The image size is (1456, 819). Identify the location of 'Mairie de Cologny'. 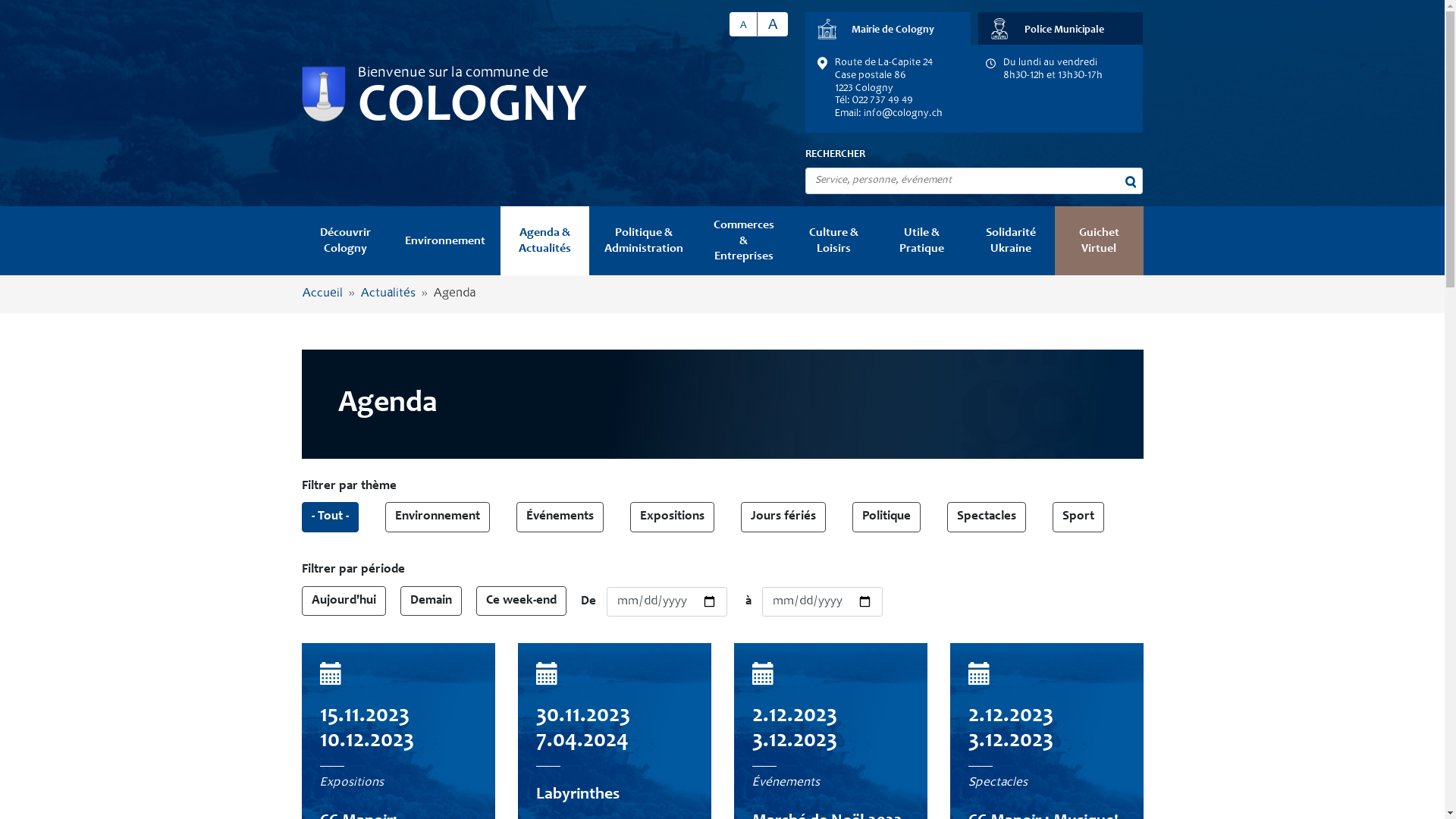
(888, 28).